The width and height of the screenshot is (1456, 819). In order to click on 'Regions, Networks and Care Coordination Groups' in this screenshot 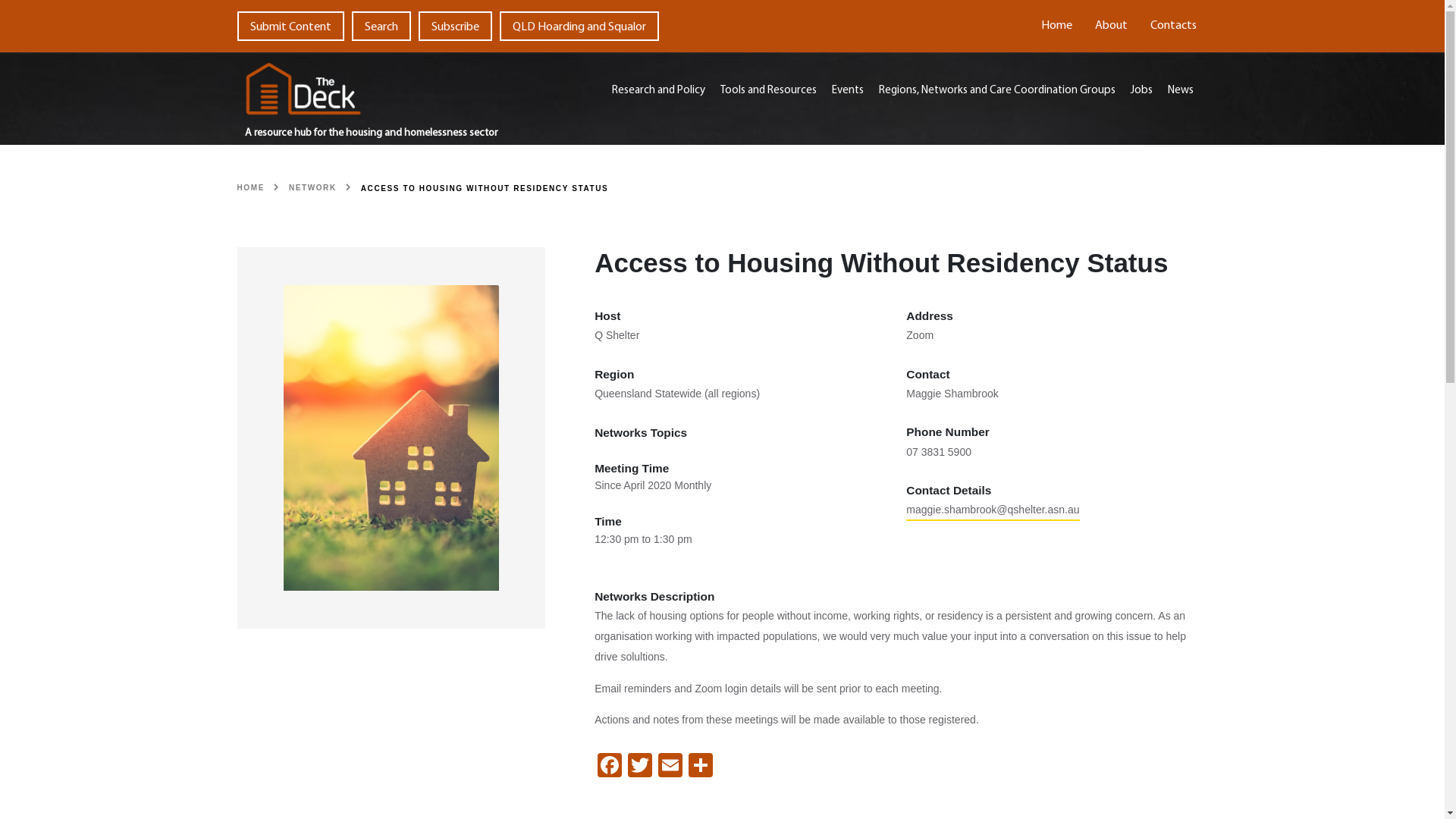, I will do `click(997, 91)`.